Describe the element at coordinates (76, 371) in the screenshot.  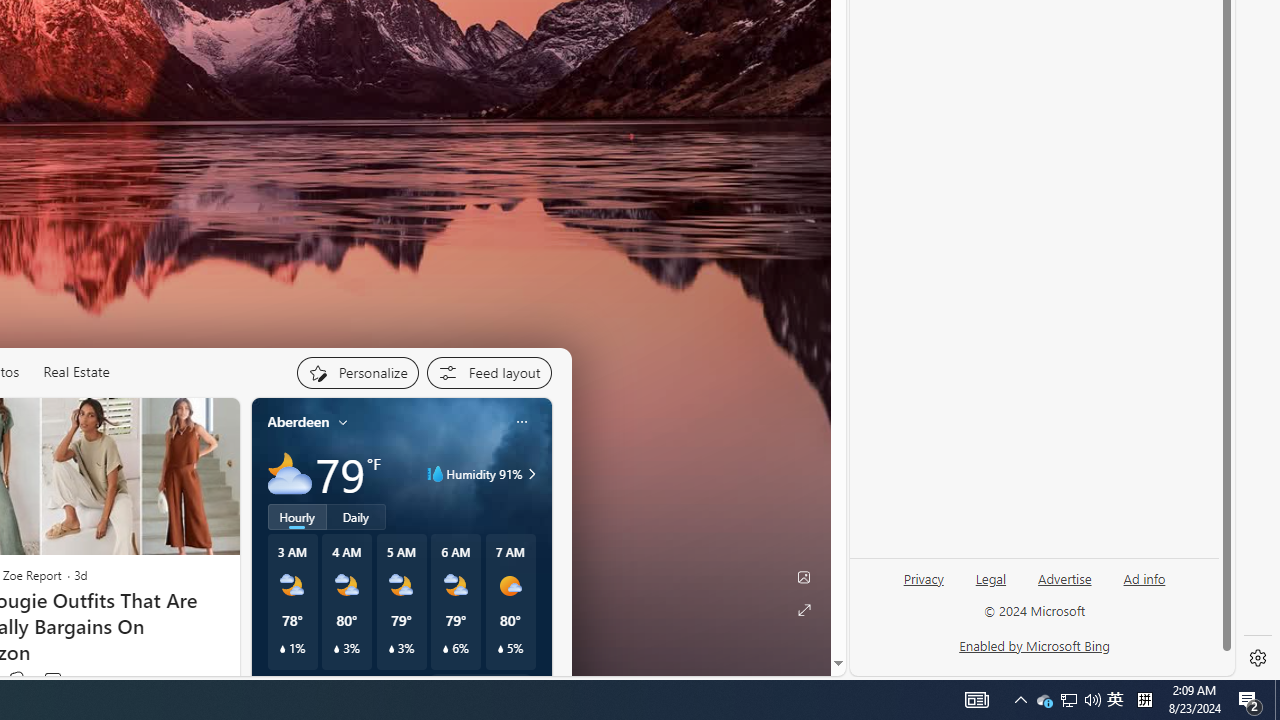
I see `'Real Estate'` at that location.